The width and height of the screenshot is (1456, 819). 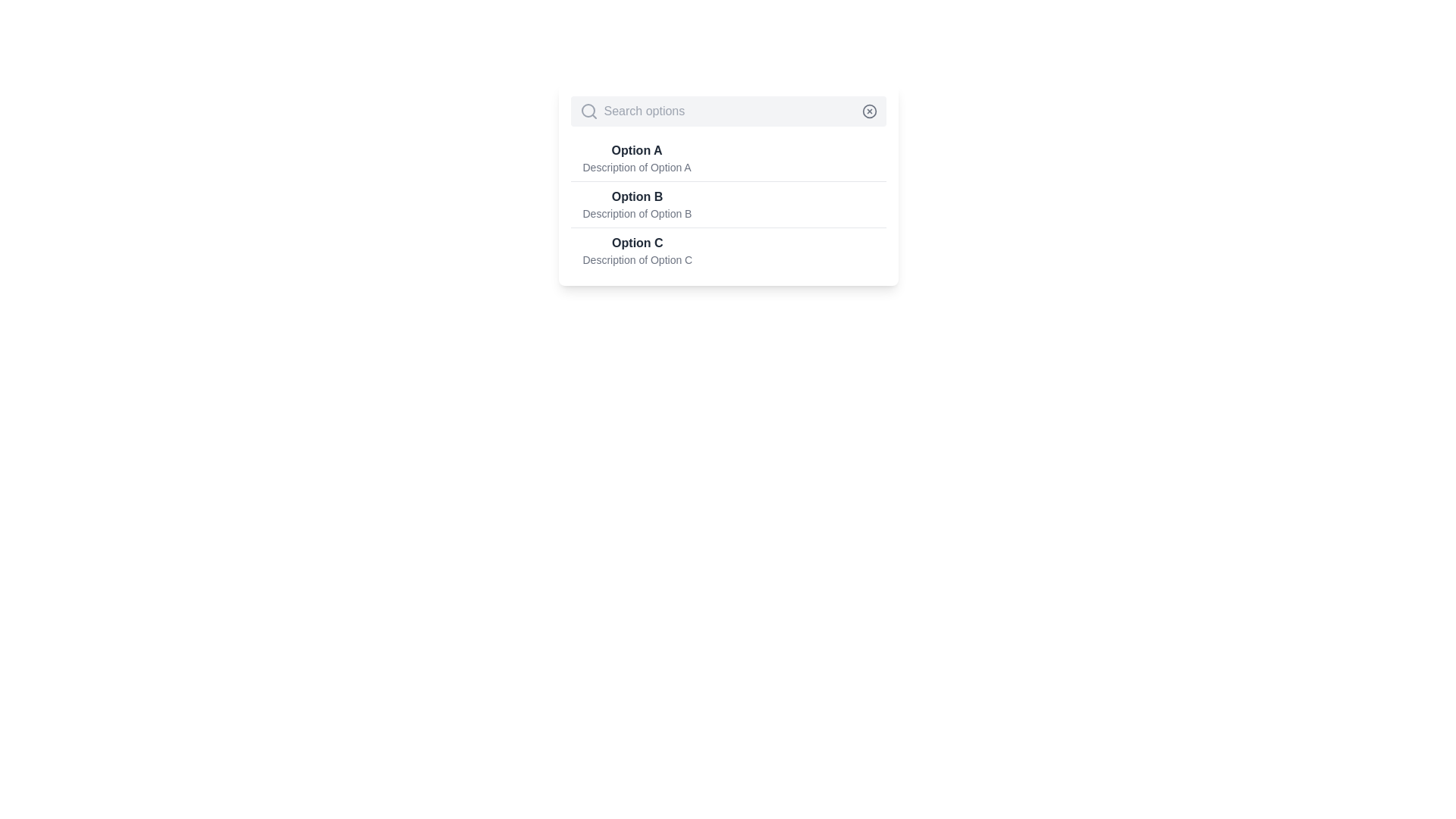 I want to click on the first list item in the dropdown menu, so click(x=637, y=158).